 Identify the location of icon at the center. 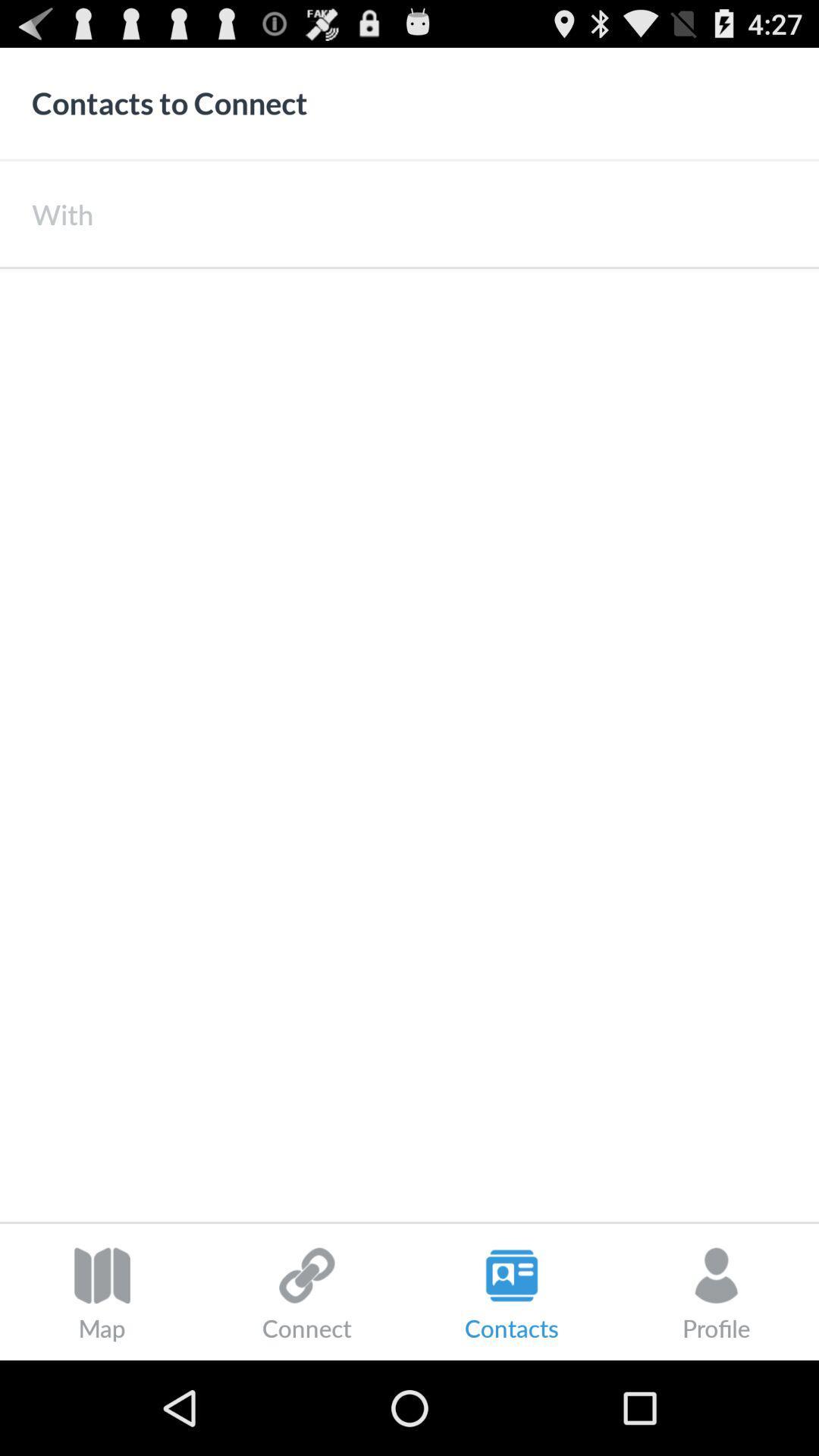
(409, 745).